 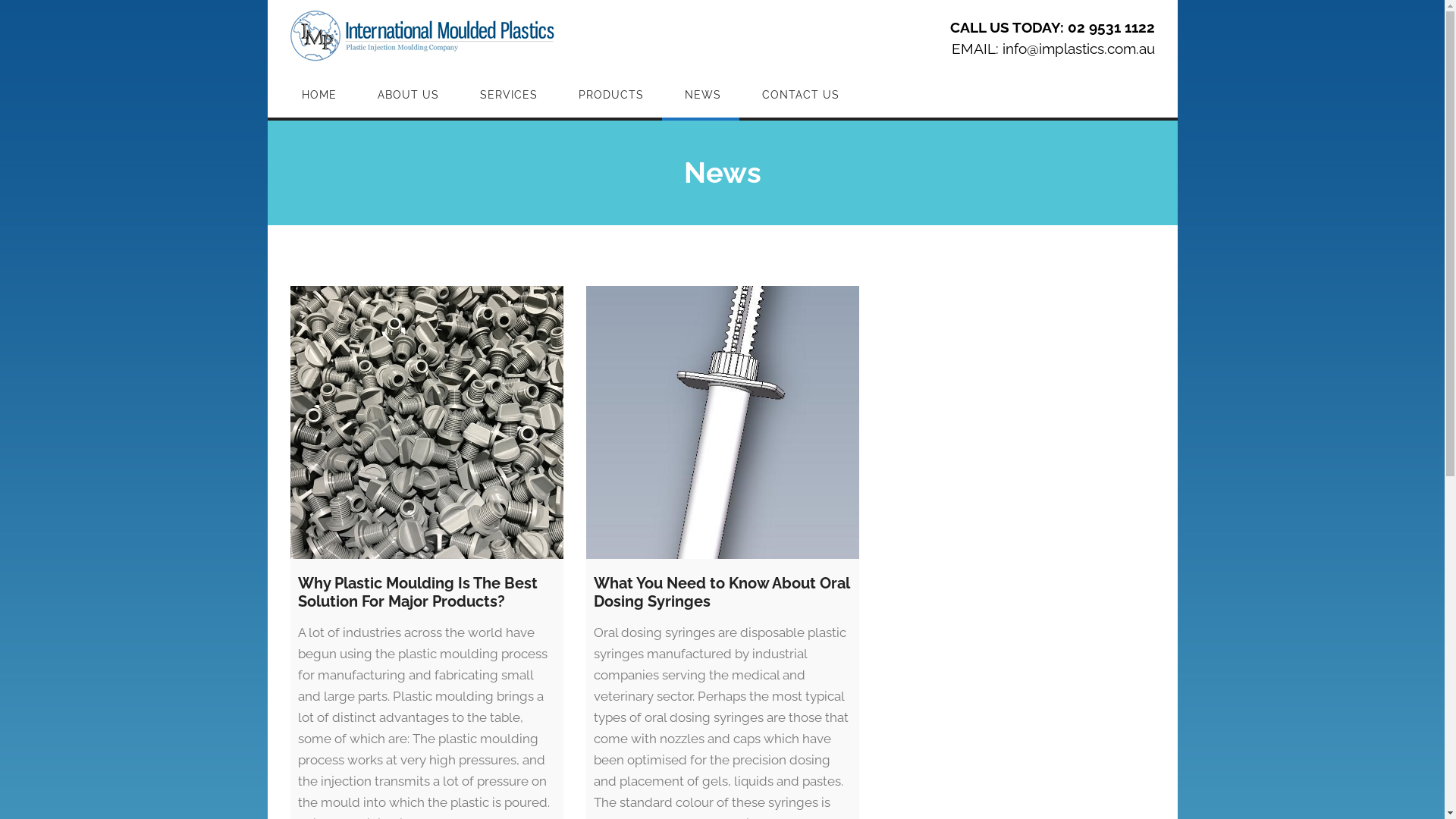 I want to click on 'HOME', so click(x=279, y=94).